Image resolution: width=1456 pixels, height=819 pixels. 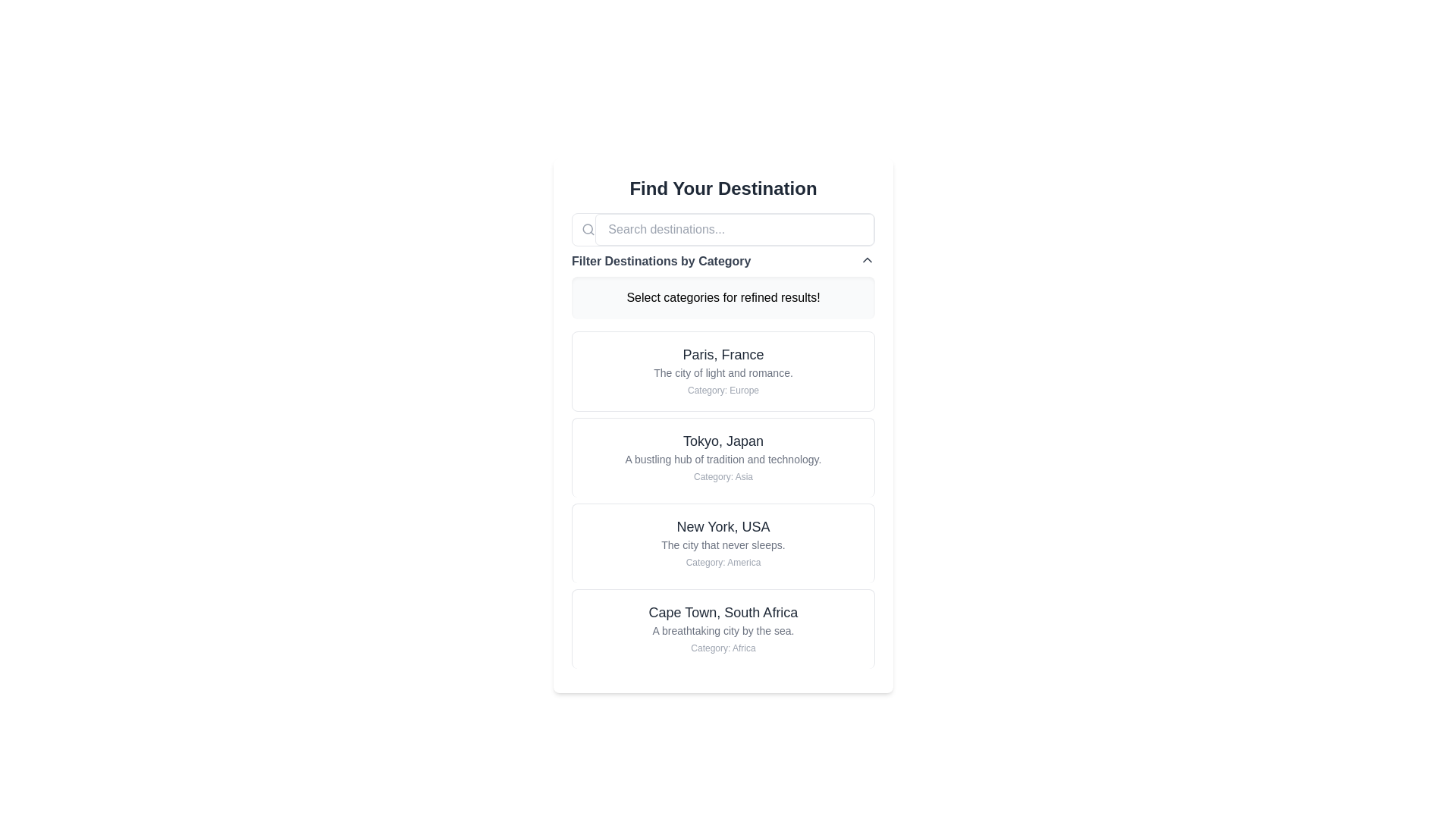 I want to click on information displayed on the first Informational Card in the list of destinations, located below the header 'Filter Destinations by Category', so click(x=723, y=371).